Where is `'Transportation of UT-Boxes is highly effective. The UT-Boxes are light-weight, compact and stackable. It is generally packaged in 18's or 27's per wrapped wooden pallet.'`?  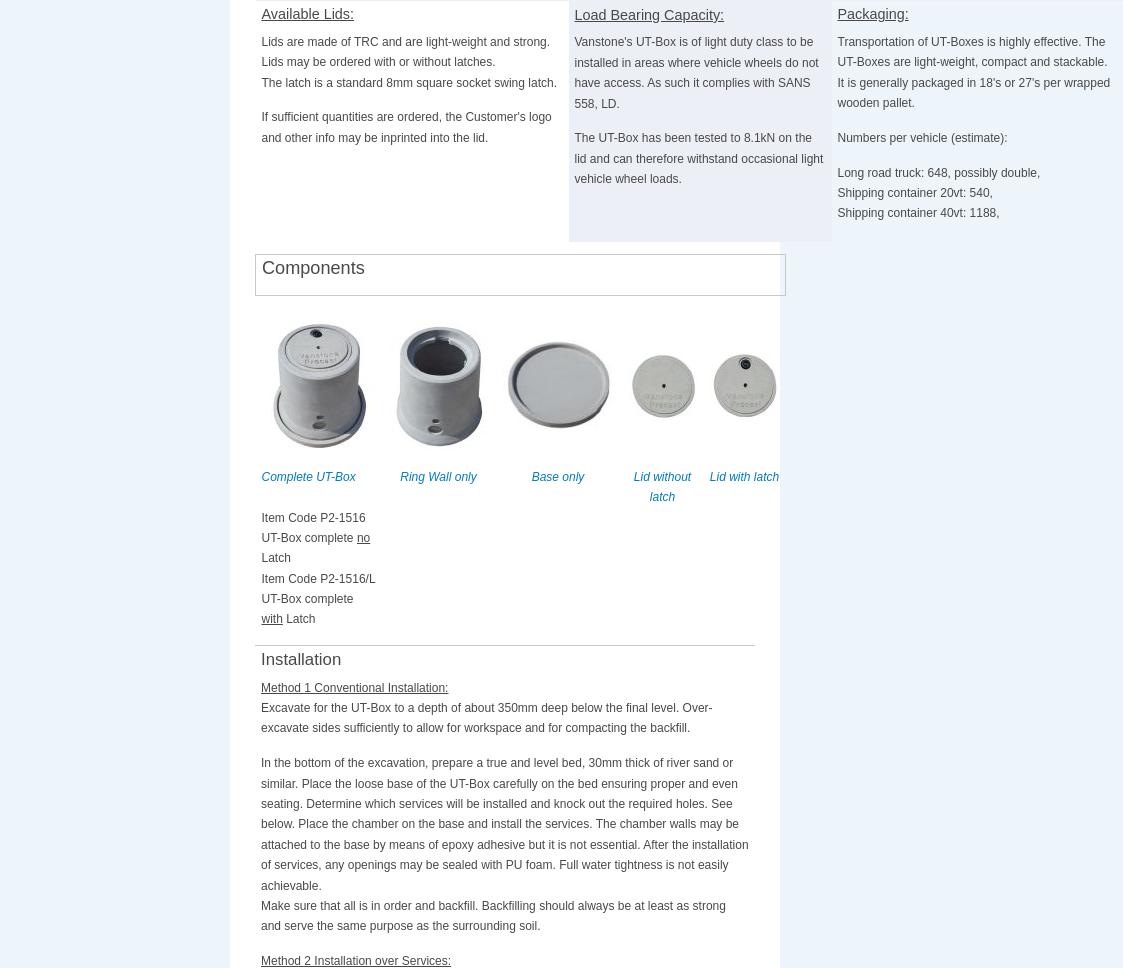 'Transportation of UT-Boxes is highly effective. The UT-Boxes are light-weight, compact and stackable. It is generally packaged in 18's or 27's per wrapped wooden pallet.' is located at coordinates (973, 71).